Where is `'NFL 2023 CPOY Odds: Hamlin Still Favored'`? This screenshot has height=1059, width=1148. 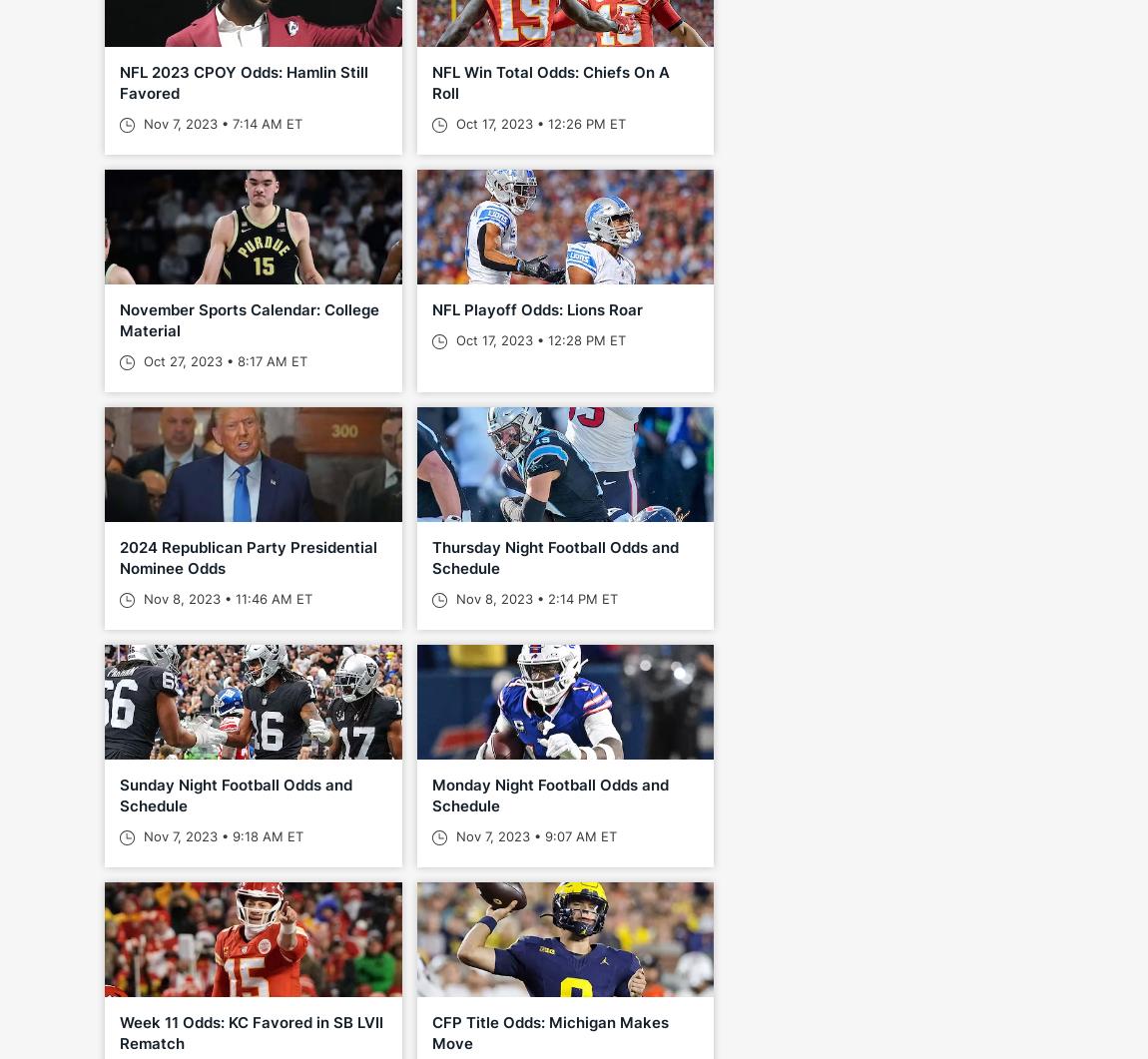 'NFL 2023 CPOY Odds: Hamlin Still Favored' is located at coordinates (243, 82).